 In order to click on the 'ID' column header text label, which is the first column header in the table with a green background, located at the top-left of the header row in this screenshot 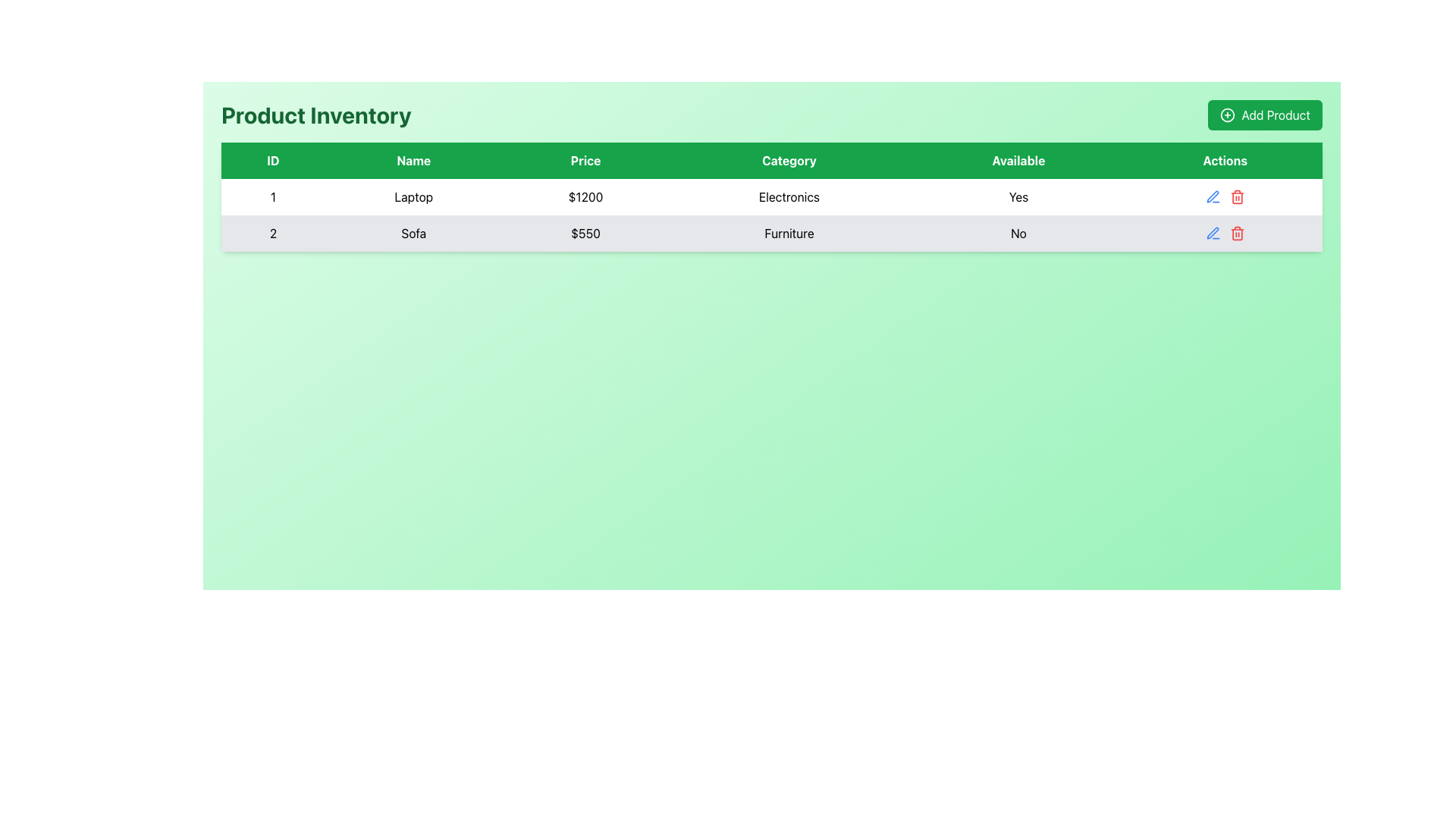, I will do `click(273, 161)`.